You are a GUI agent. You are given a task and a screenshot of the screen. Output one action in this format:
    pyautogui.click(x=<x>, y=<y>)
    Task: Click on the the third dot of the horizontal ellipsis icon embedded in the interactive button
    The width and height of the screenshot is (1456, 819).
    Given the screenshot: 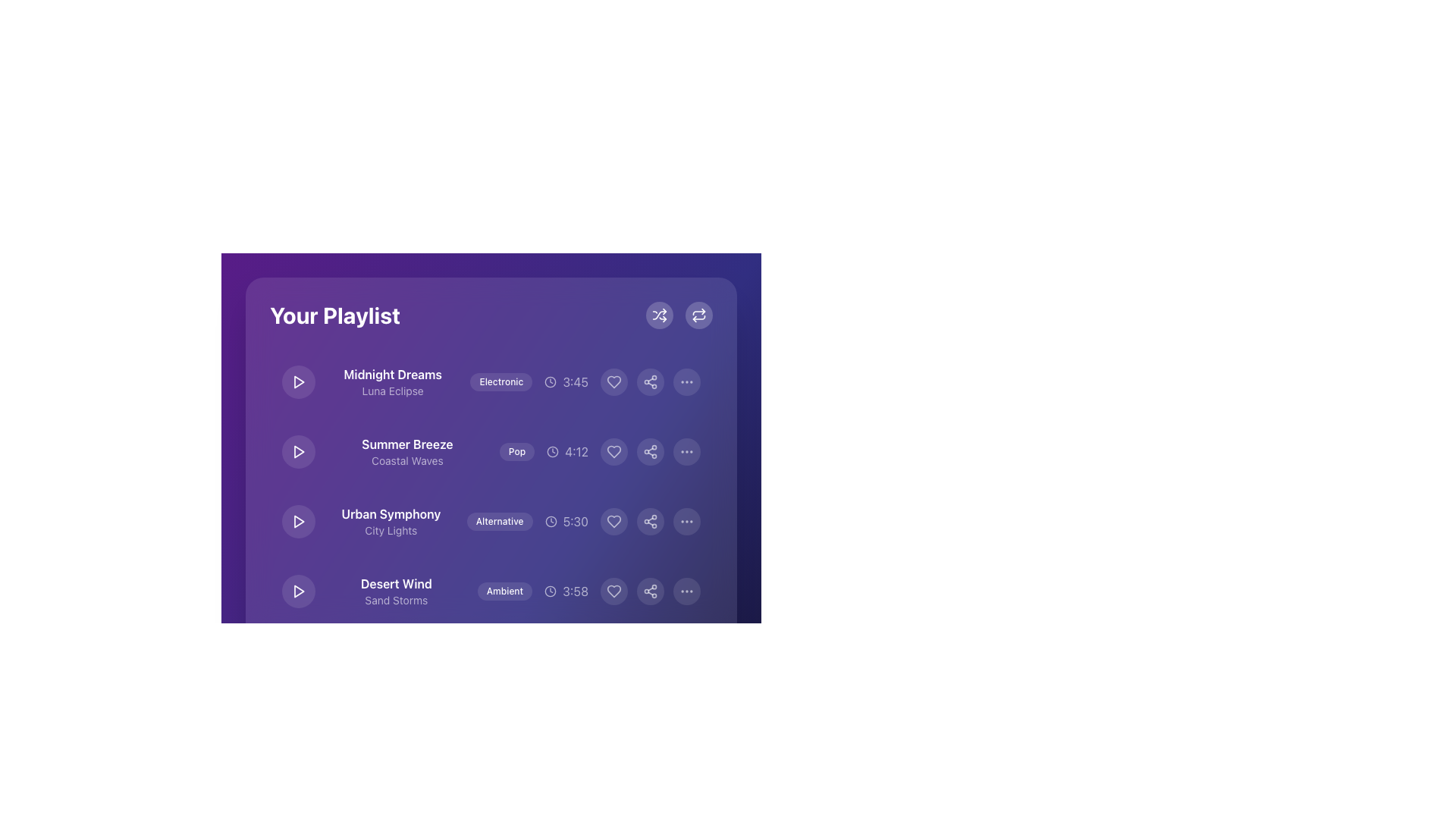 What is the action you would take?
    pyautogui.click(x=686, y=381)
    